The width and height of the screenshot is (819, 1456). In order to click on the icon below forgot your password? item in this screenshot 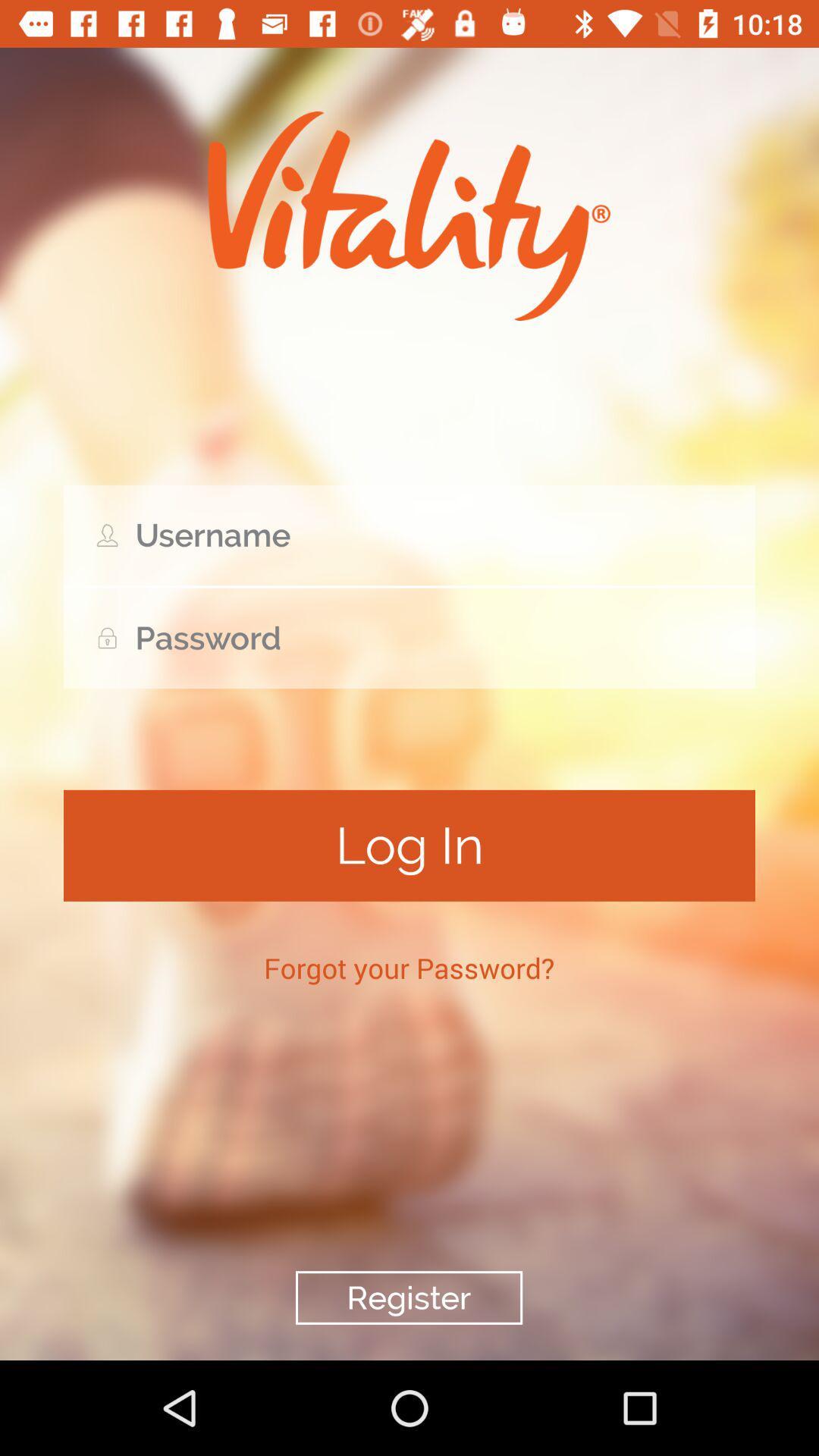, I will do `click(408, 1297)`.